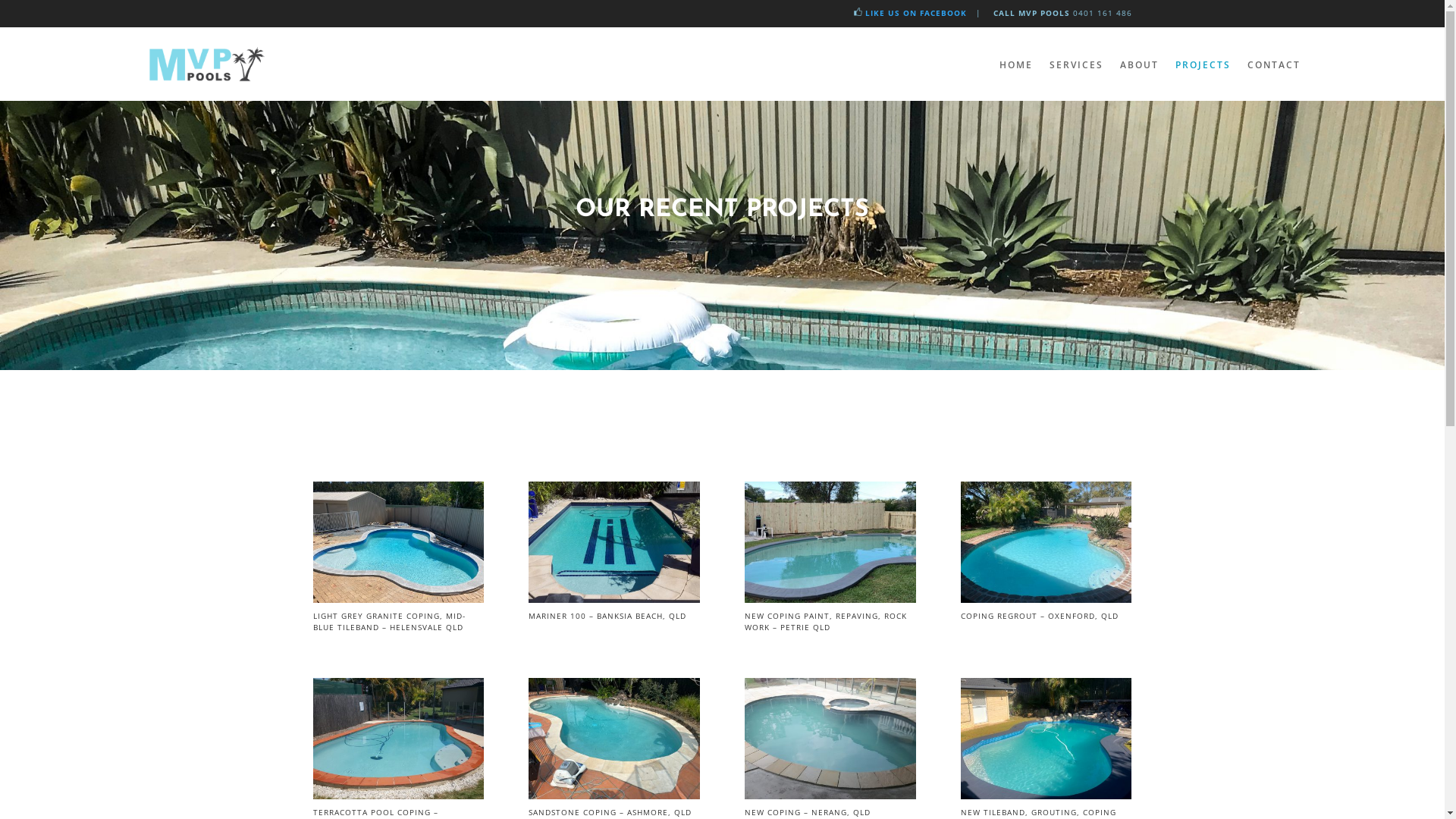  I want to click on 'FACEBOOK', so click(940, 12).